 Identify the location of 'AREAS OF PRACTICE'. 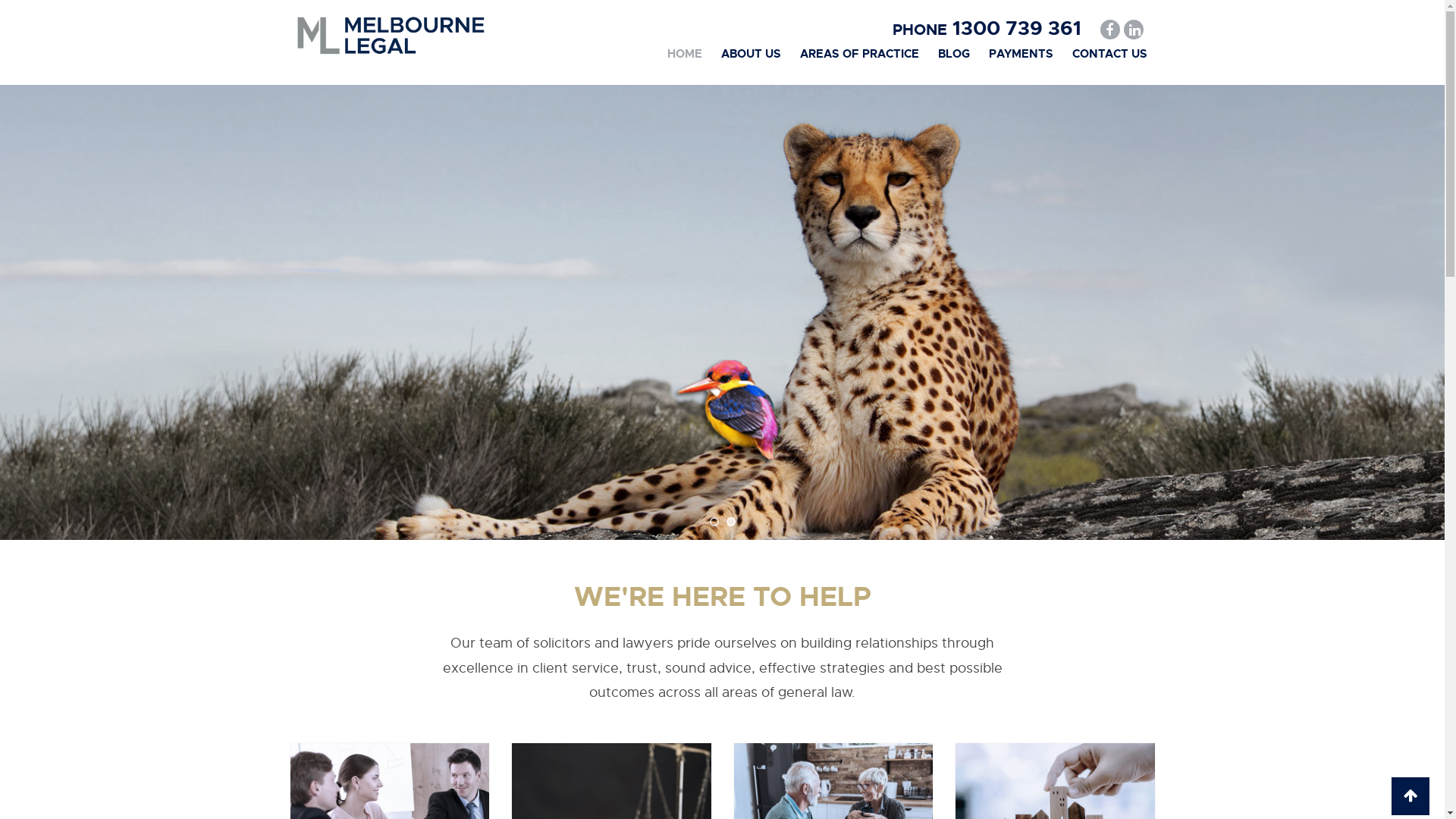
(858, 52).